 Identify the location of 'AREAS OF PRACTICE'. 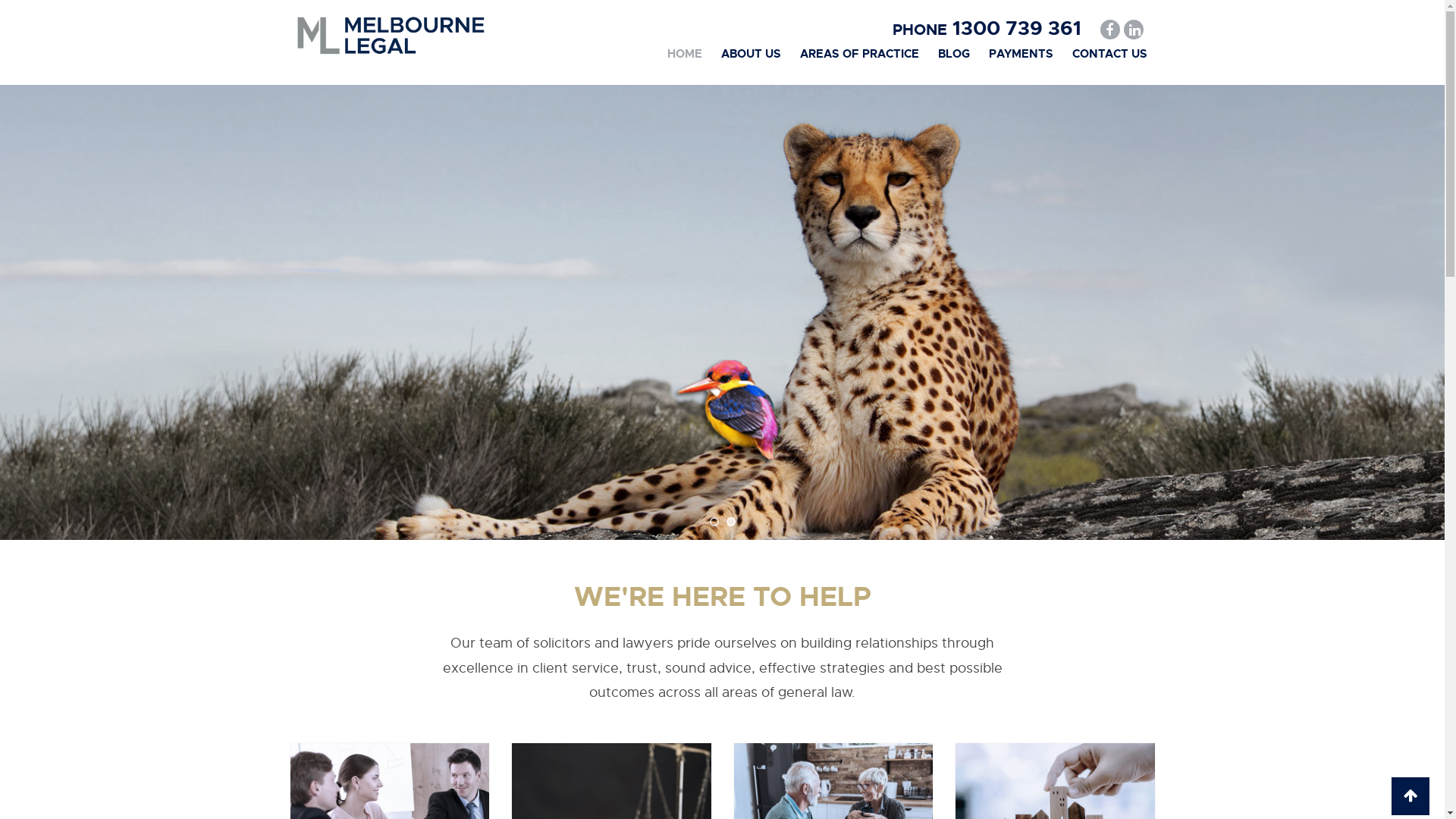
(858, 52).